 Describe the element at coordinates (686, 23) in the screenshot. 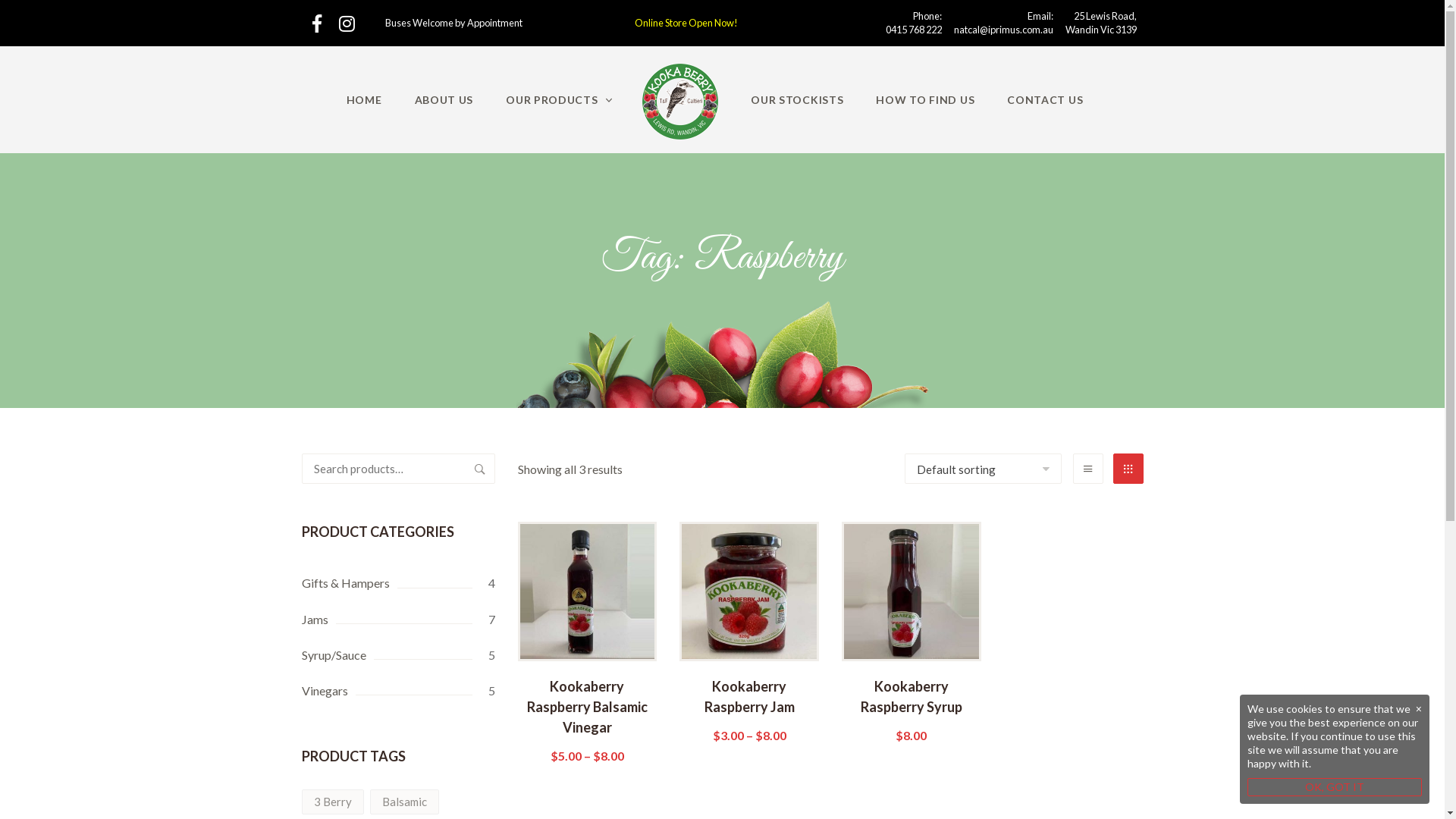

I see `'Online Store Open Now!'` at that location.